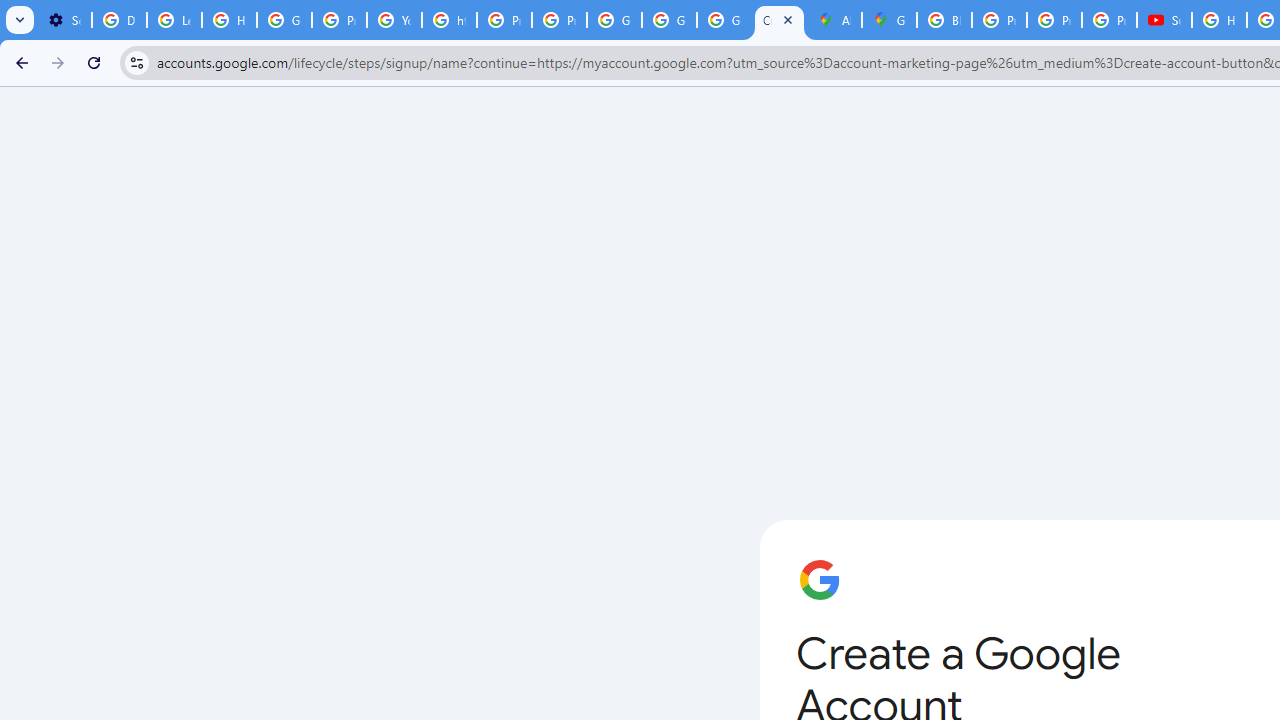 The width and height of the screenshot is (1280, 720). Describe the element at coordinates (174, 20) in the screenshot. I see `'Learn how to find your photos - Google Photos Help'` at that location.